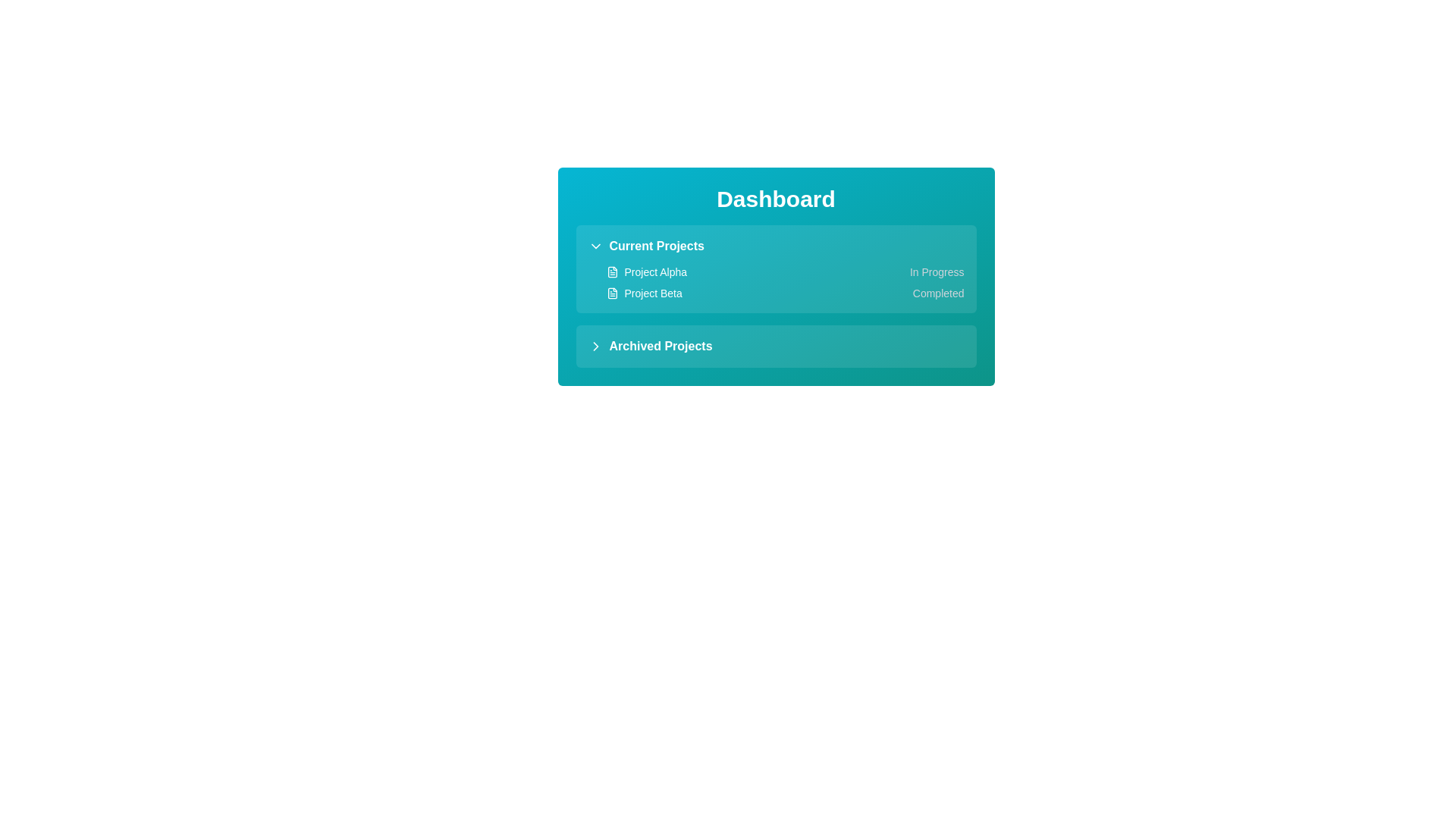  I want to click on the 'Archived Projects' text label, so click(661, 346).